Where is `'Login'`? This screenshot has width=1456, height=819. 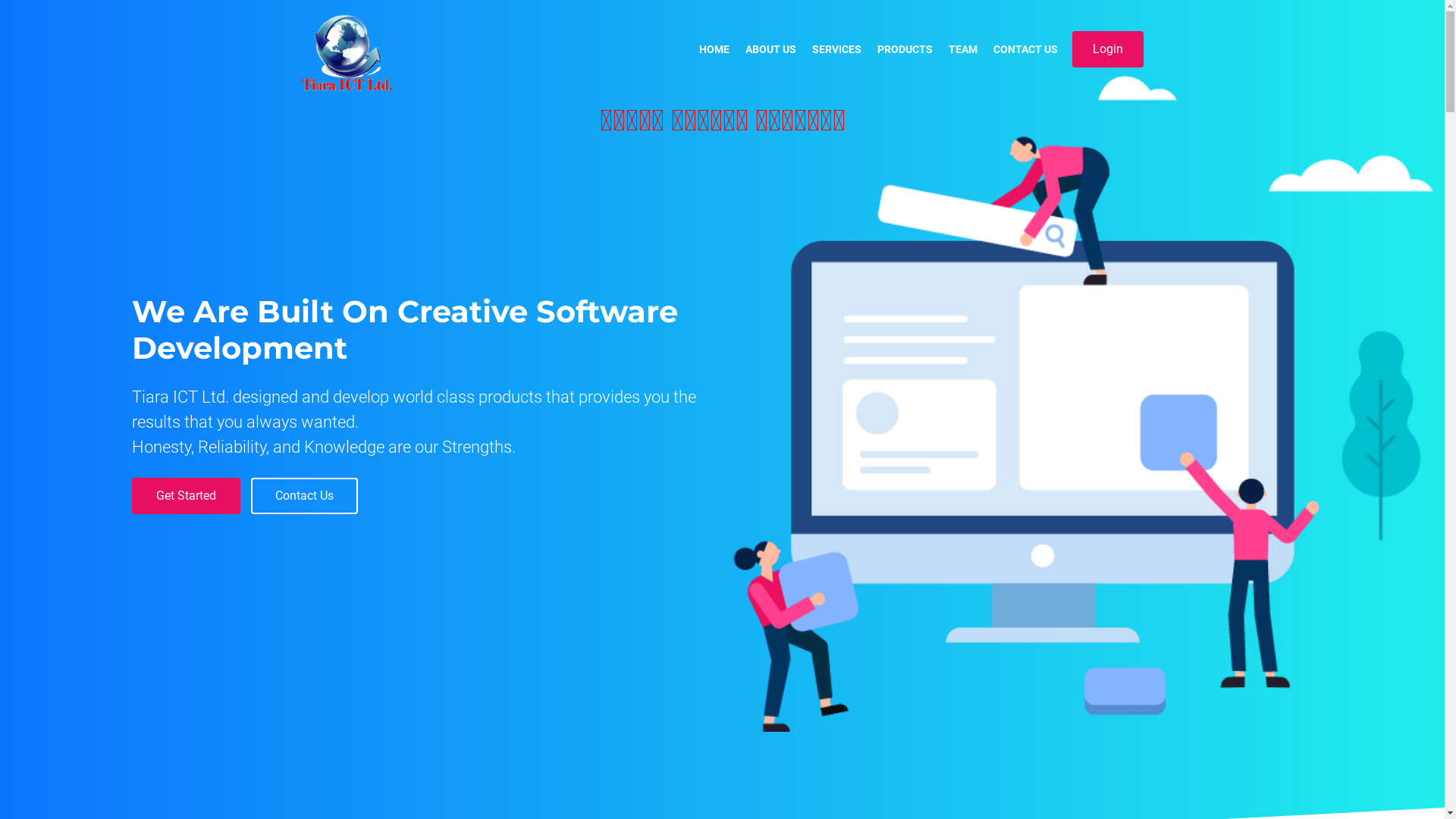
'Login' is located at coordinates (1107, 49).